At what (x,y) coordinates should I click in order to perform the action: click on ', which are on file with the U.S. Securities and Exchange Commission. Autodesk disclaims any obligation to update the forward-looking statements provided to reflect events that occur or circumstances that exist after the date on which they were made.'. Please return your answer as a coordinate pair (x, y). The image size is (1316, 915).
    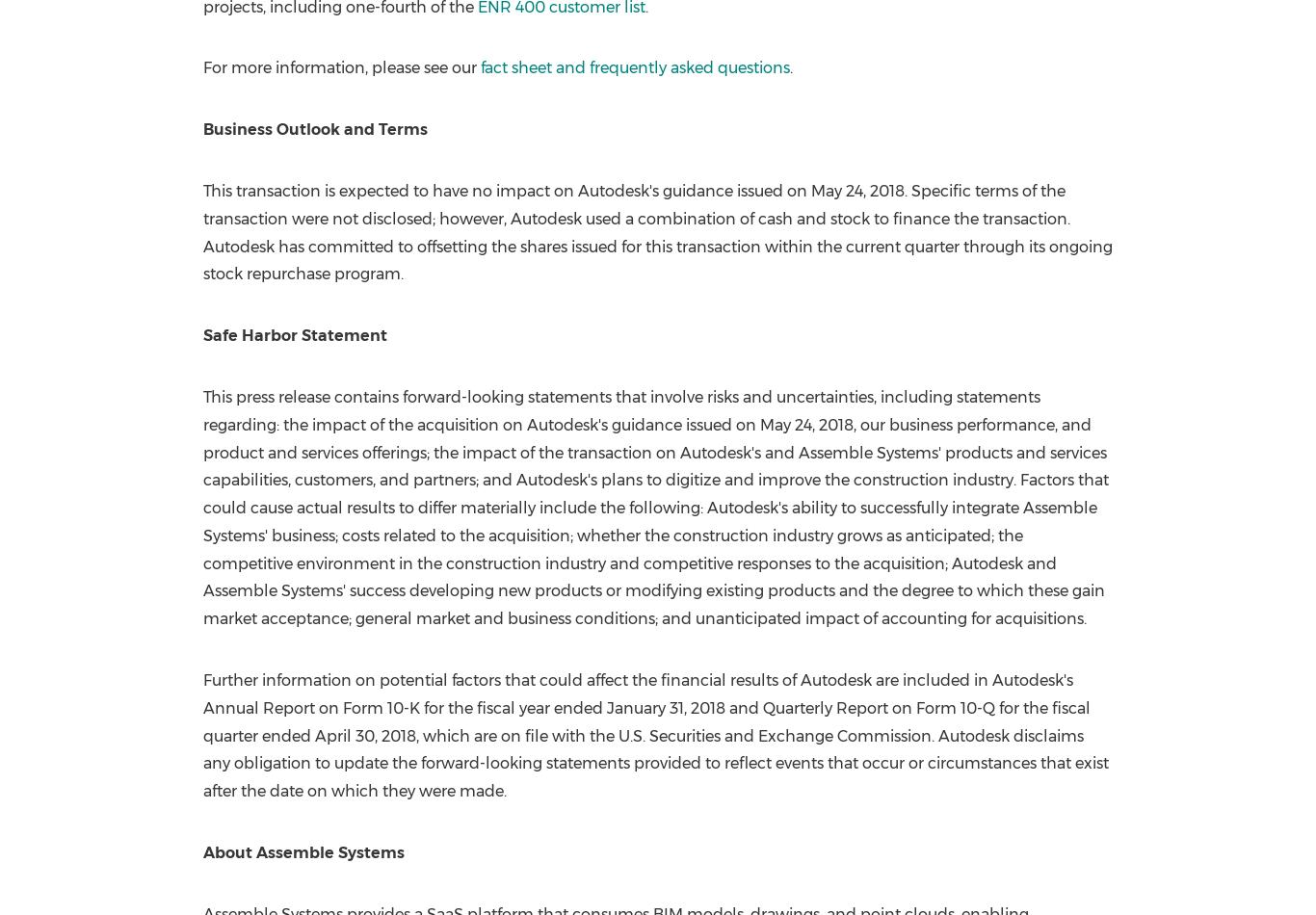
    Looking at the image, I should click on (200, 762).